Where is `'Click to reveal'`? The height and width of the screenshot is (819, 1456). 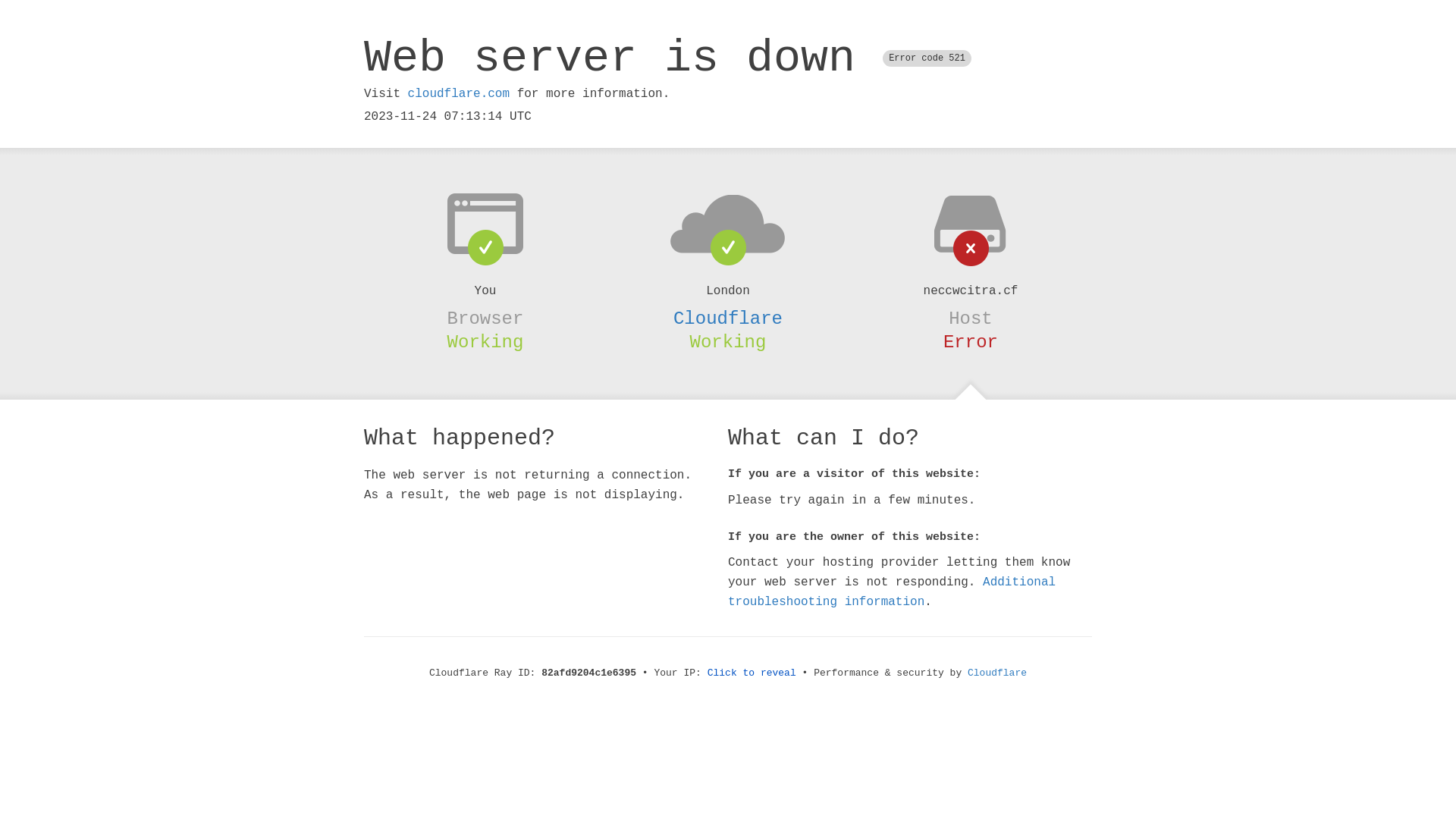
'Click to reveal' is located at coordinates (752, 672).